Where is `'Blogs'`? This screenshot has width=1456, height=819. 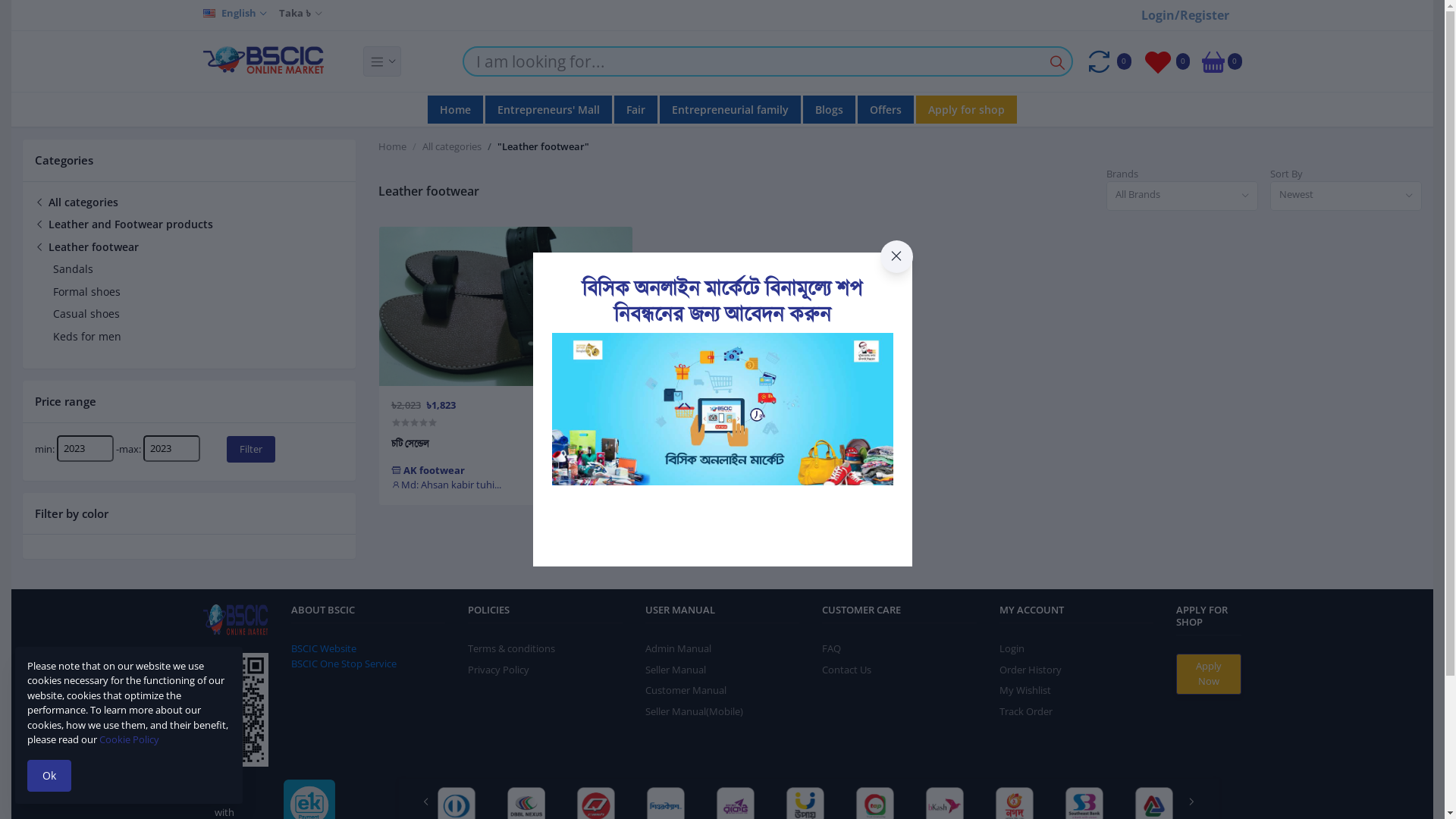
'Blogs' is located at coordinates (828, 108).